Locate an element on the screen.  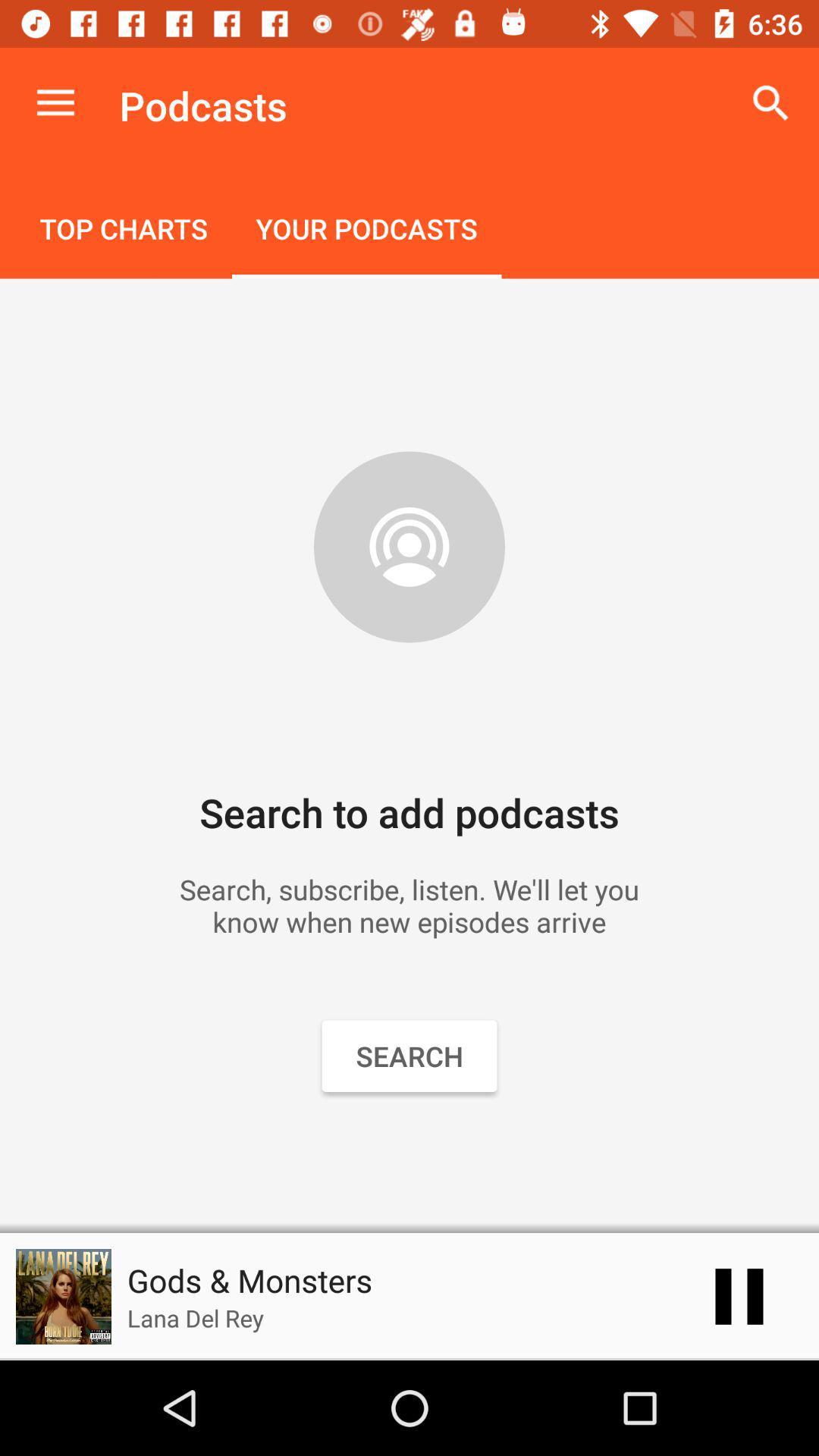
item to the left of podcasts icon is located at coordinates (55, 102).